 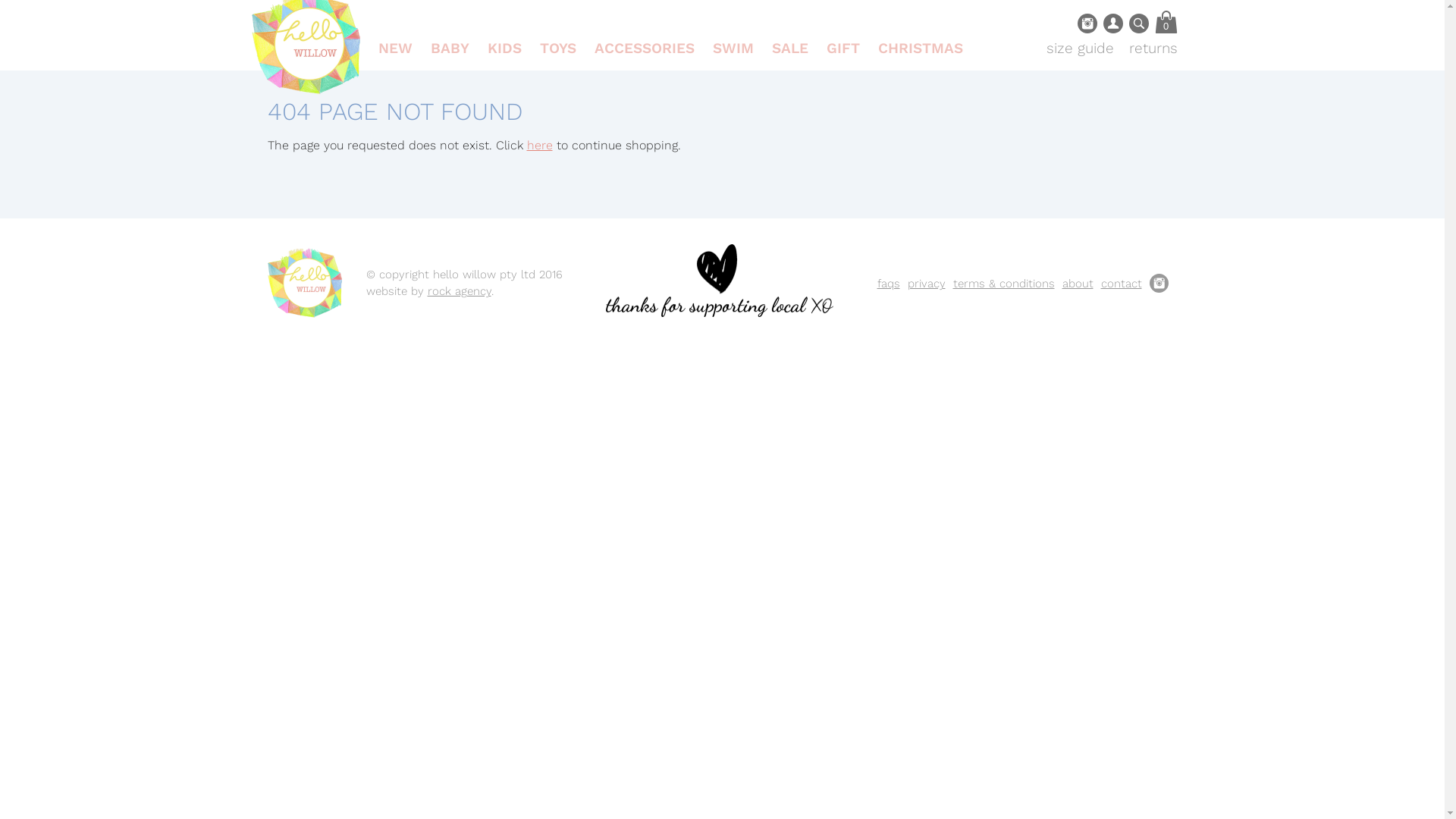 What do you see at coordinates (888, 284) in the screenshot?
I see `'faqs'` at bounding box center [888, 284].